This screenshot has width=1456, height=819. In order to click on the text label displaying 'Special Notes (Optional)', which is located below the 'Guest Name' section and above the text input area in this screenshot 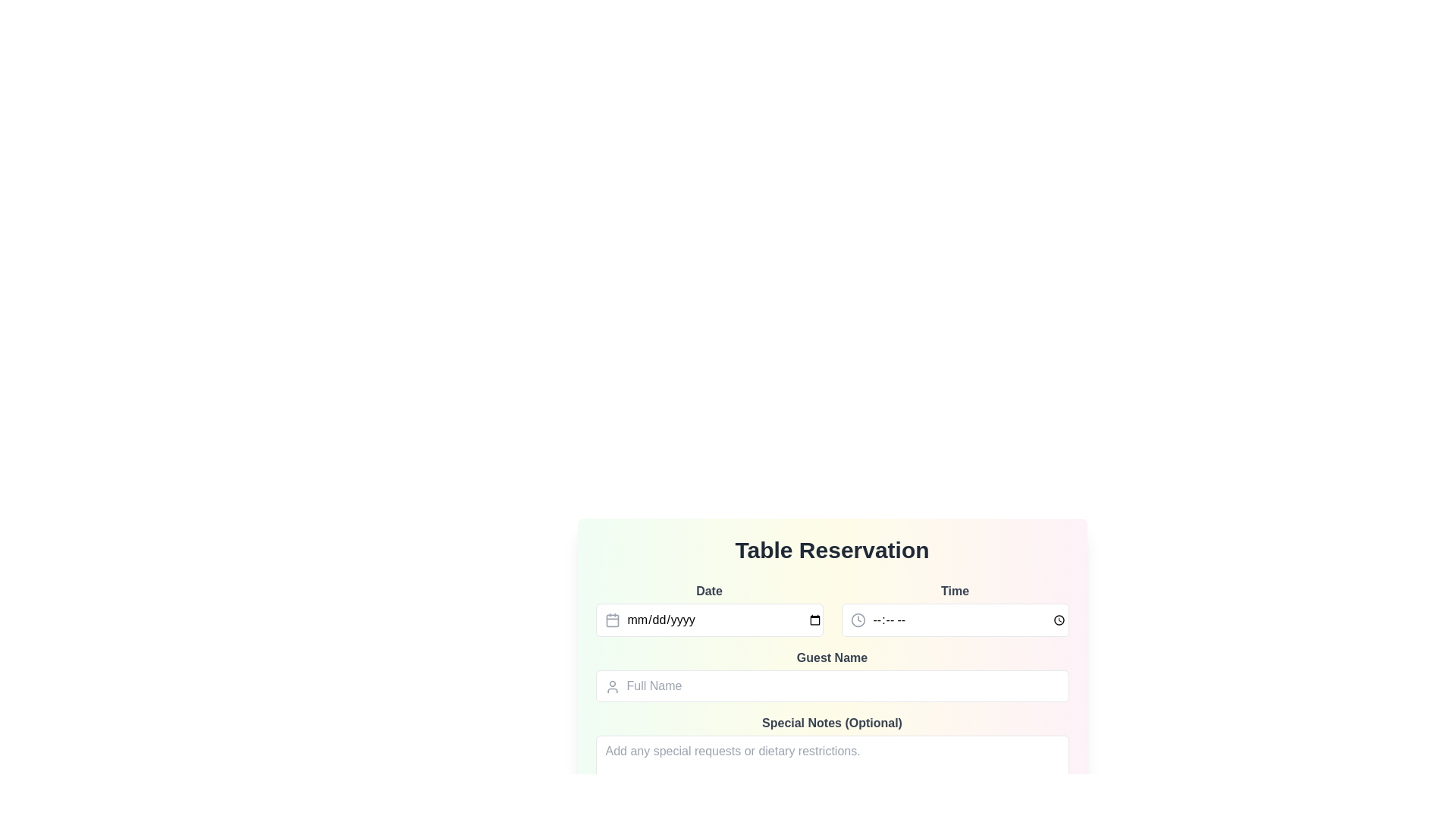, I will do `click(831, 722)`.